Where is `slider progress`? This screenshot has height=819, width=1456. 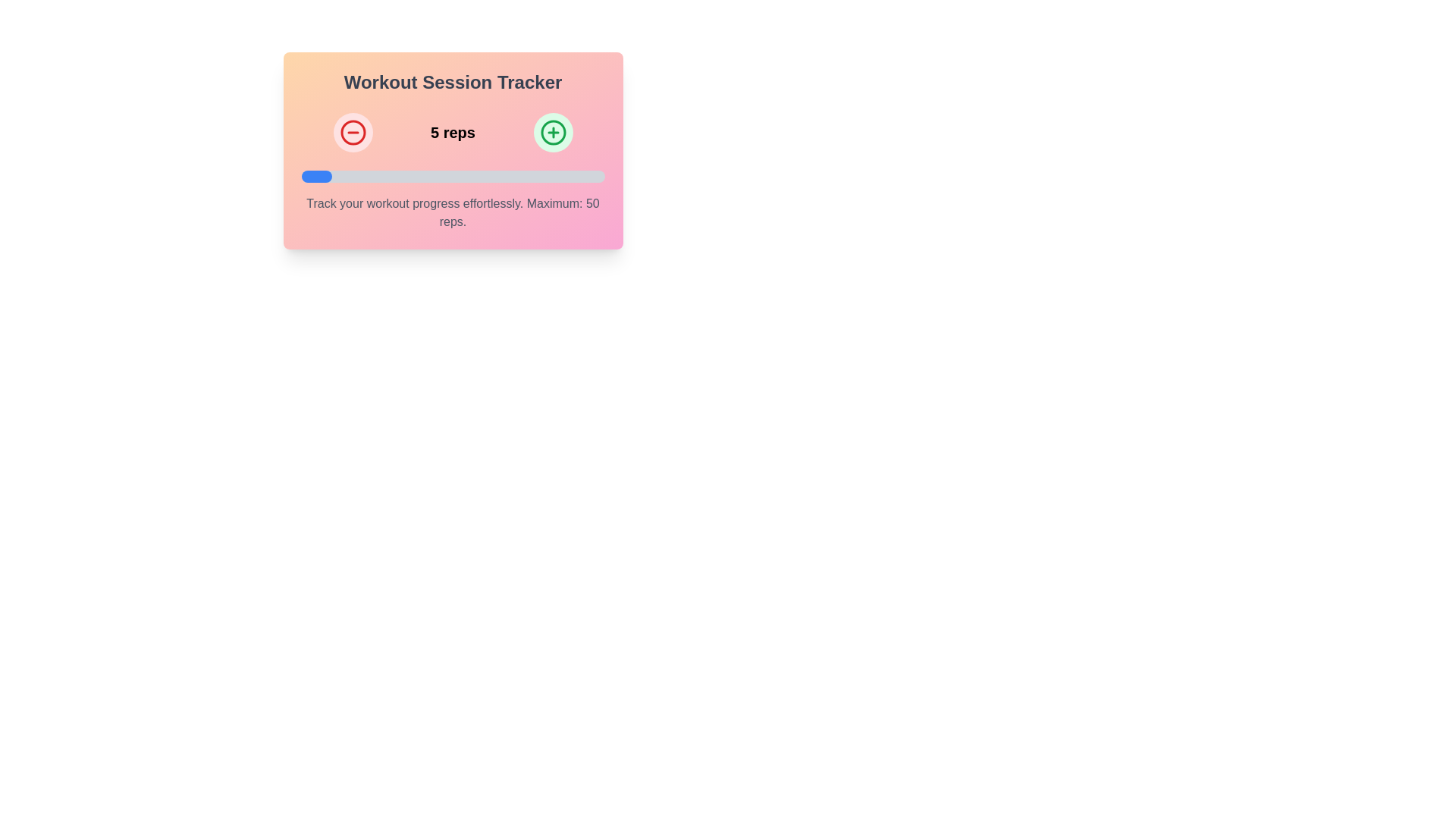
slider progress is located at coordinates (343, 175).